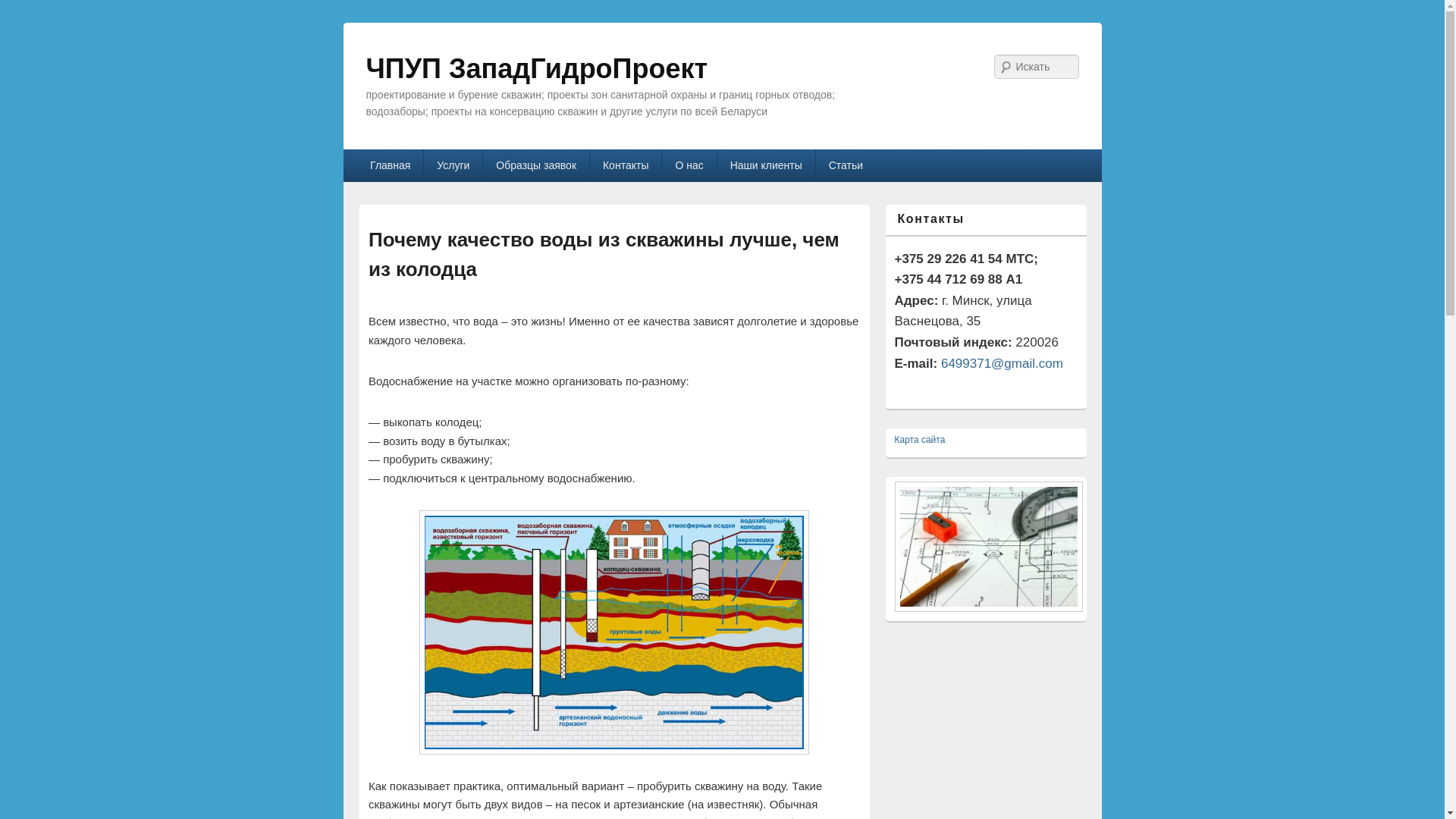  Describe the element at coordinates (1002, 363) in the screenshot. I see `'6499371@gmail.com'` at that location.